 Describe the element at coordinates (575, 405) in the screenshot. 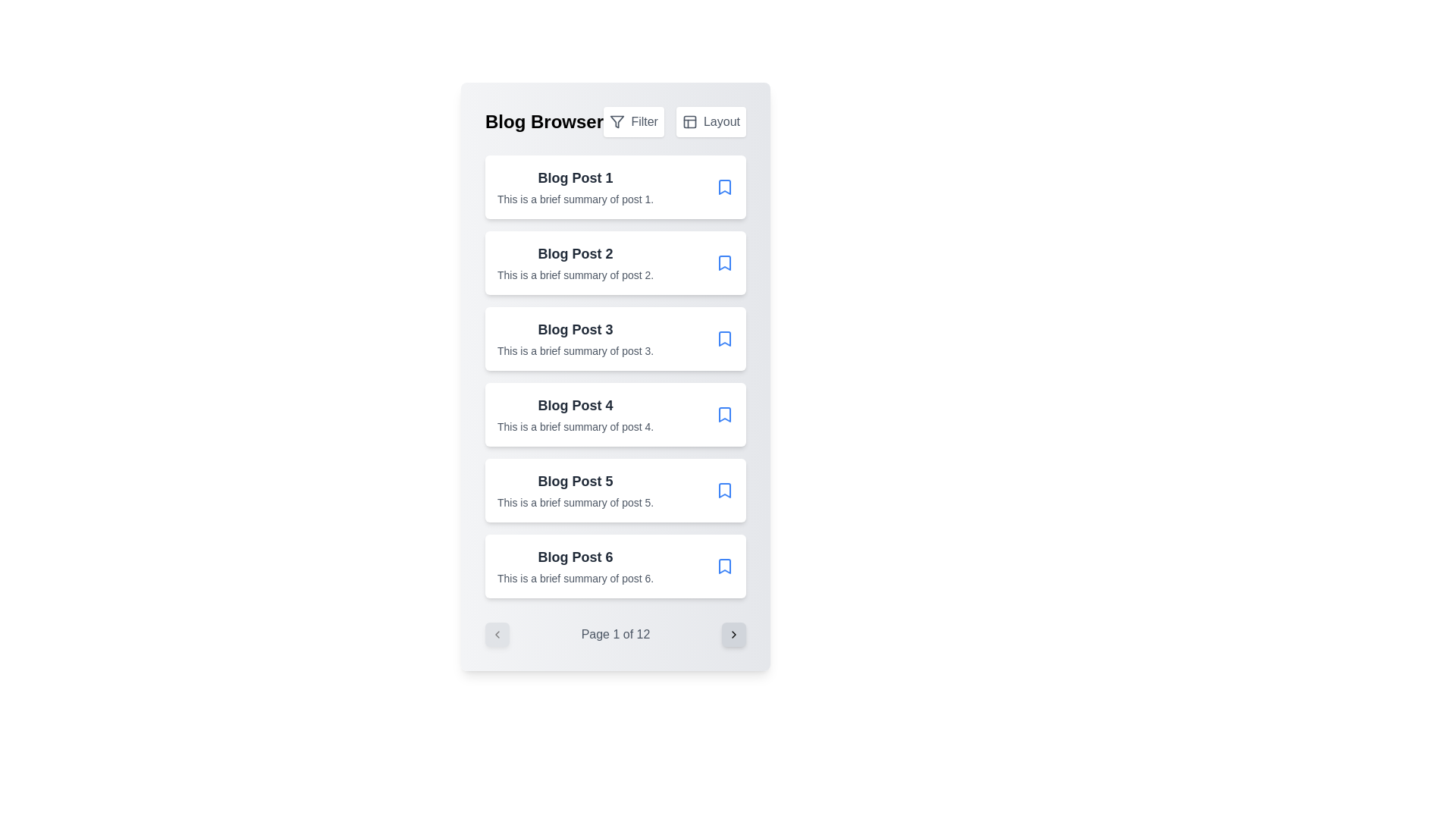

I see `the title text of the blog post` at that location.